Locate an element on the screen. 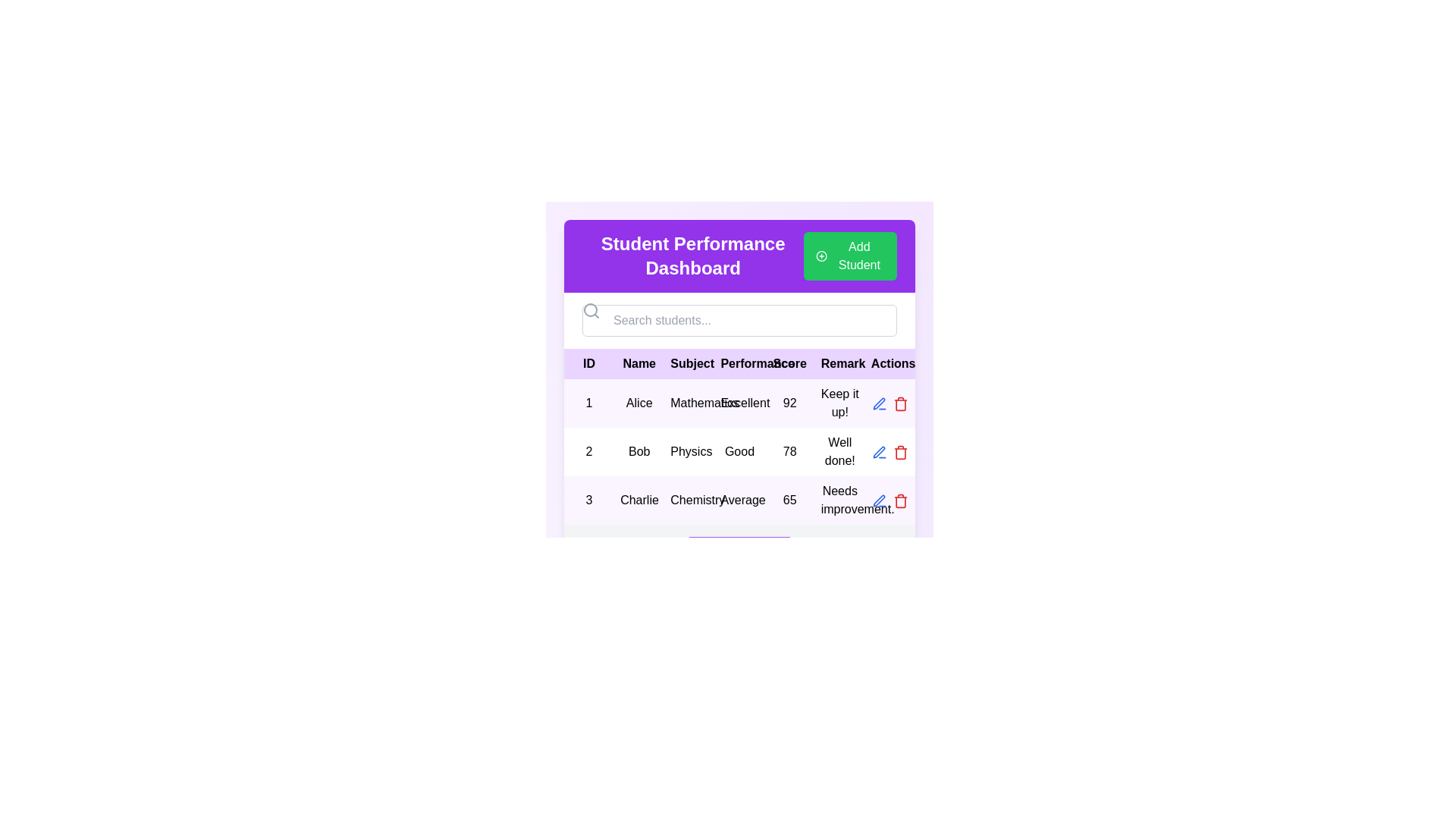 This screenshot has height=819, width=1456. the static text element representing the name 'Charlie' located in the third row of the table, immediately to the right of the 'ID' column is located at coordinates (639, 500).